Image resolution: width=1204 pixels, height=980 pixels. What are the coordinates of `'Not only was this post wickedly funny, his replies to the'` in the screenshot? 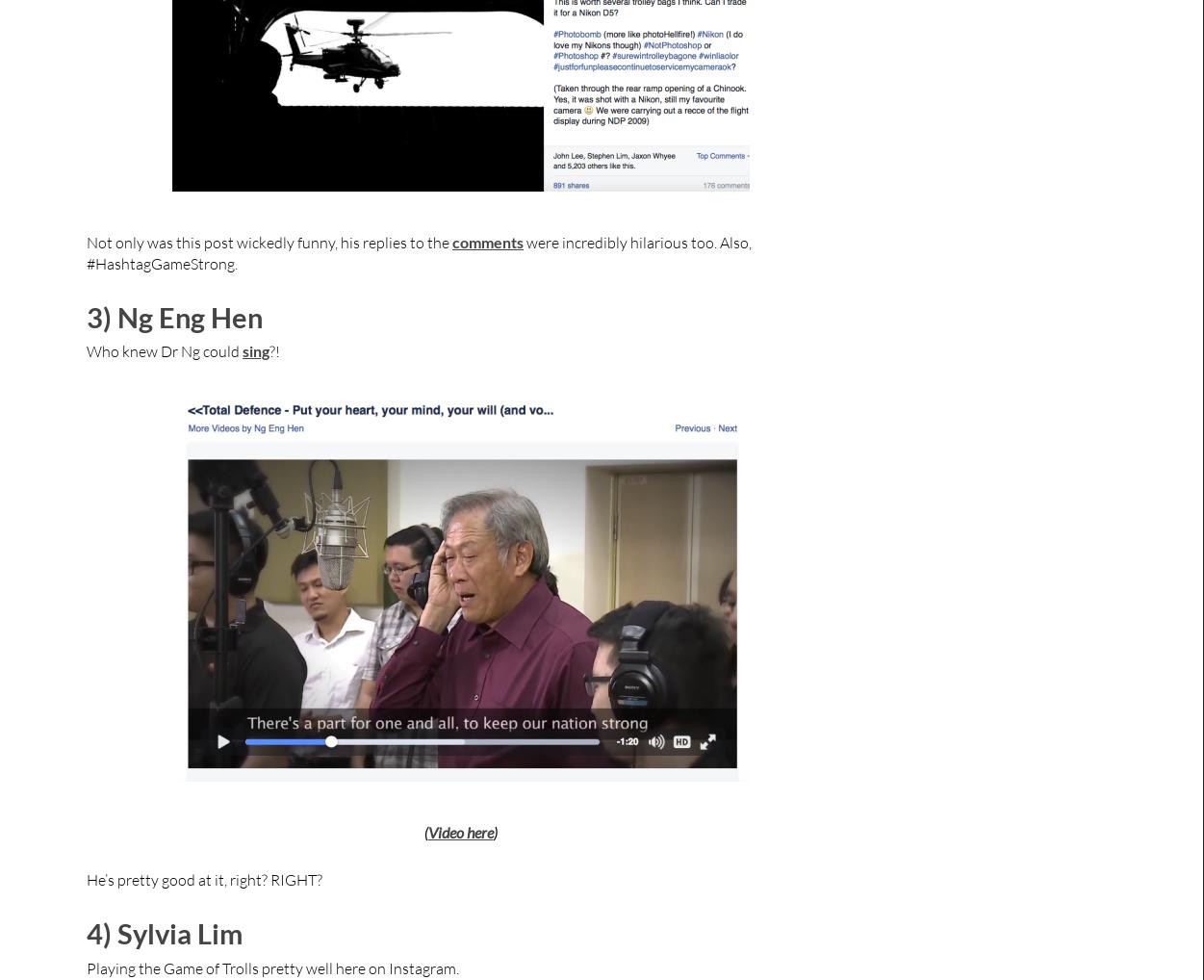 It's located at (85, 241).